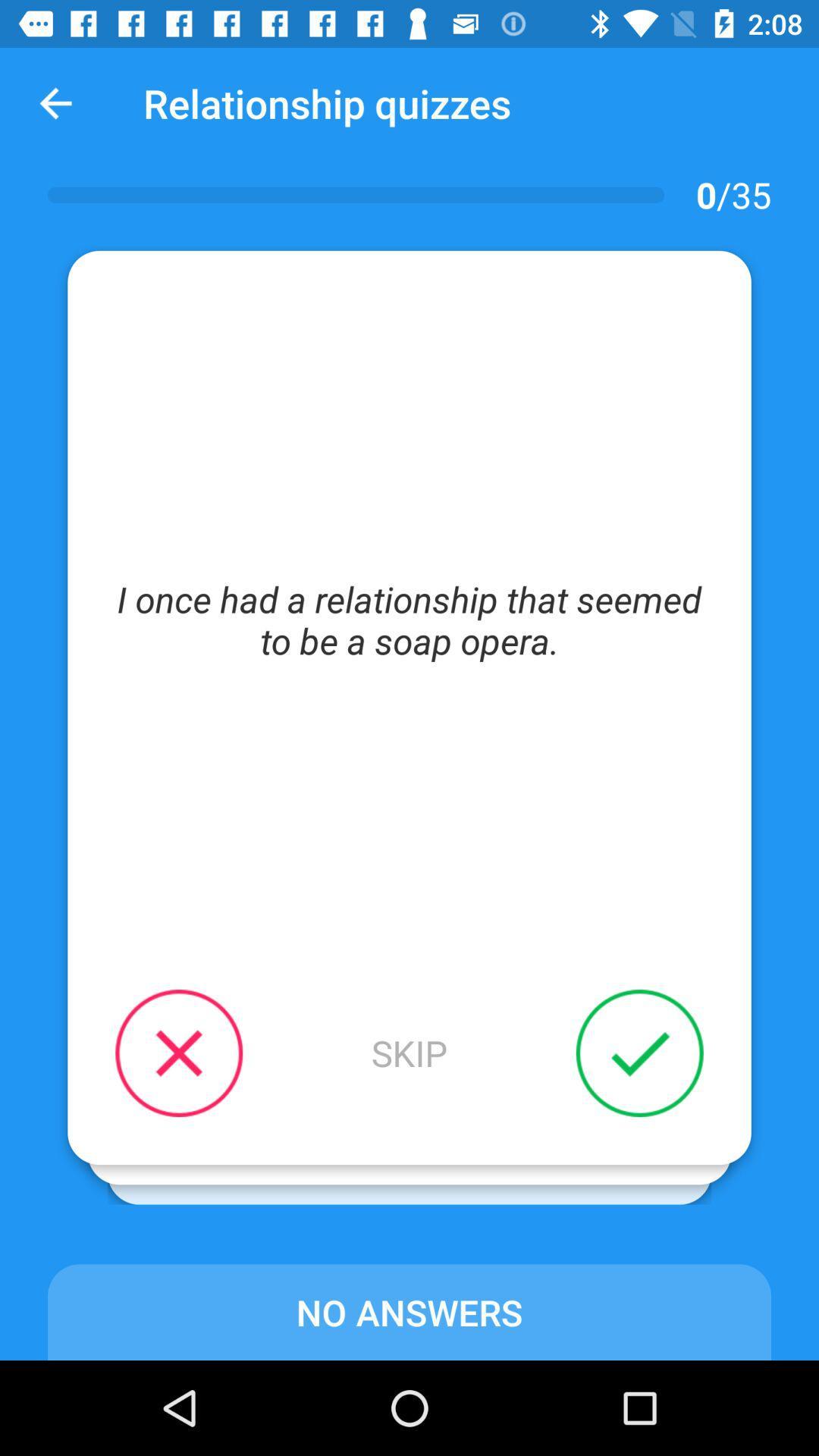 The height and width of the screenshot is (1456, 819). I want to click on the check icon, so click(639, 1052).